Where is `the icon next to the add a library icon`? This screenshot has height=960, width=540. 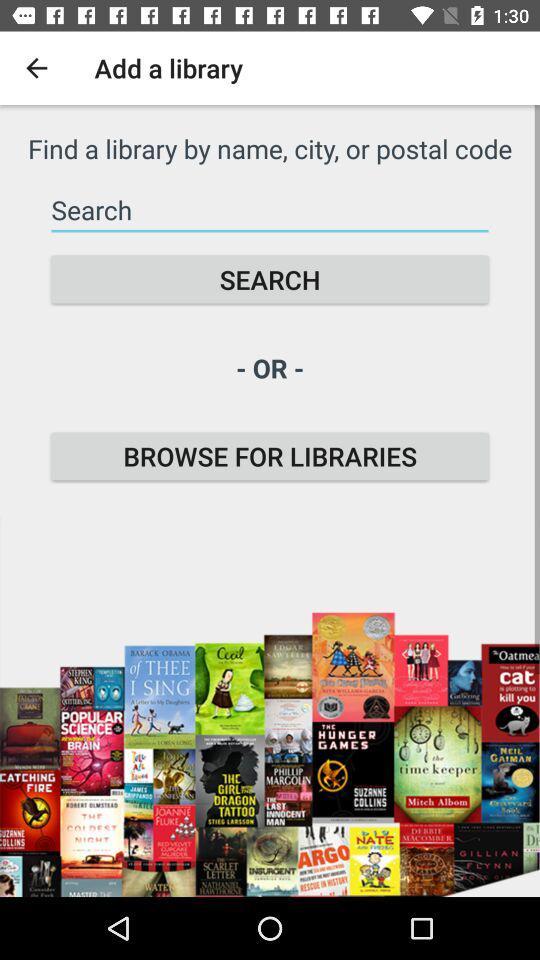
the icon next to the add a library icon is located at coordinates (36, 68).